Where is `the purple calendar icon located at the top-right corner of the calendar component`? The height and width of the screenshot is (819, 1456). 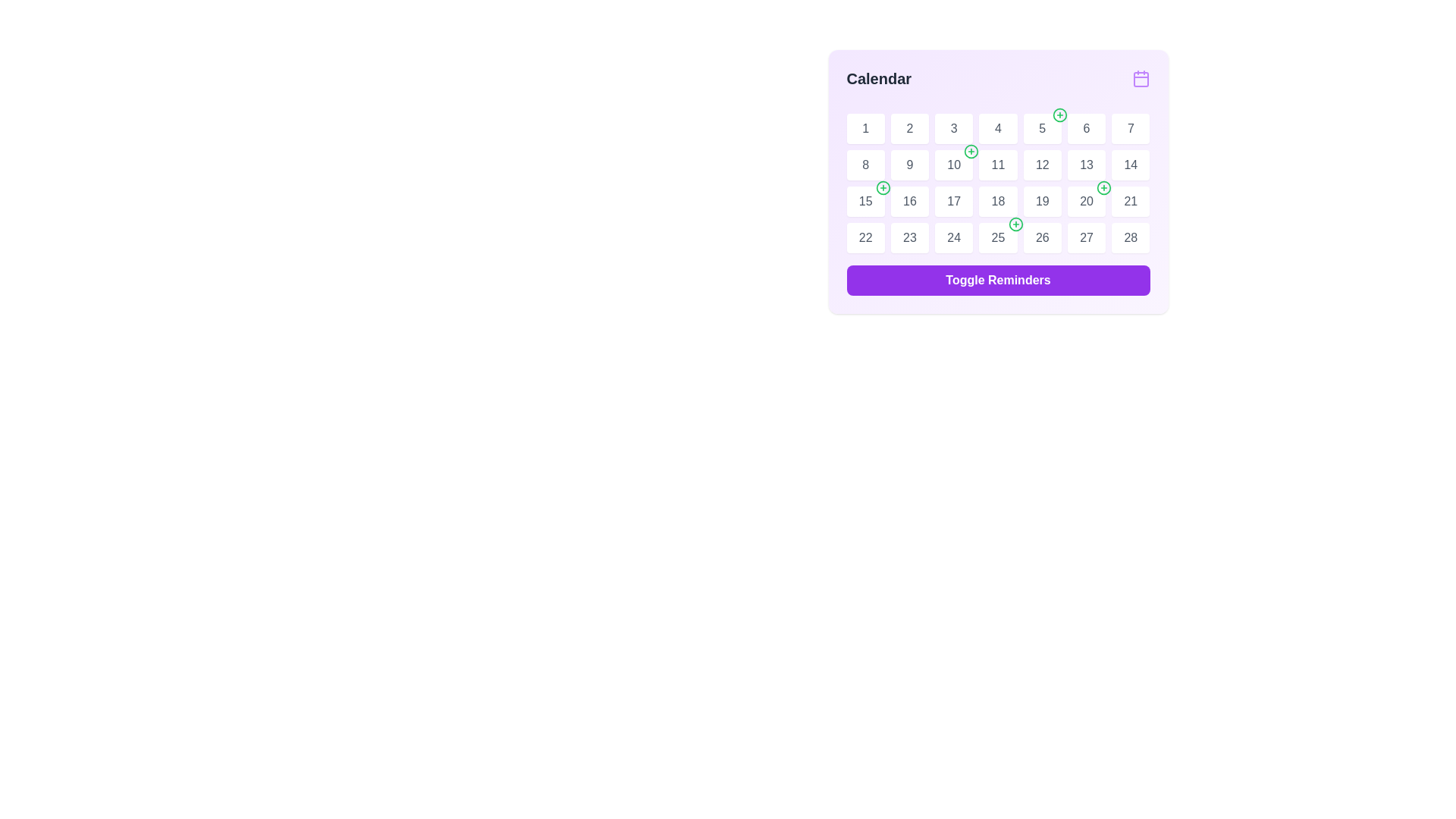
the purple calendar icon located at the top-right corner of the calendar component is located at coordinates (1141, 79).